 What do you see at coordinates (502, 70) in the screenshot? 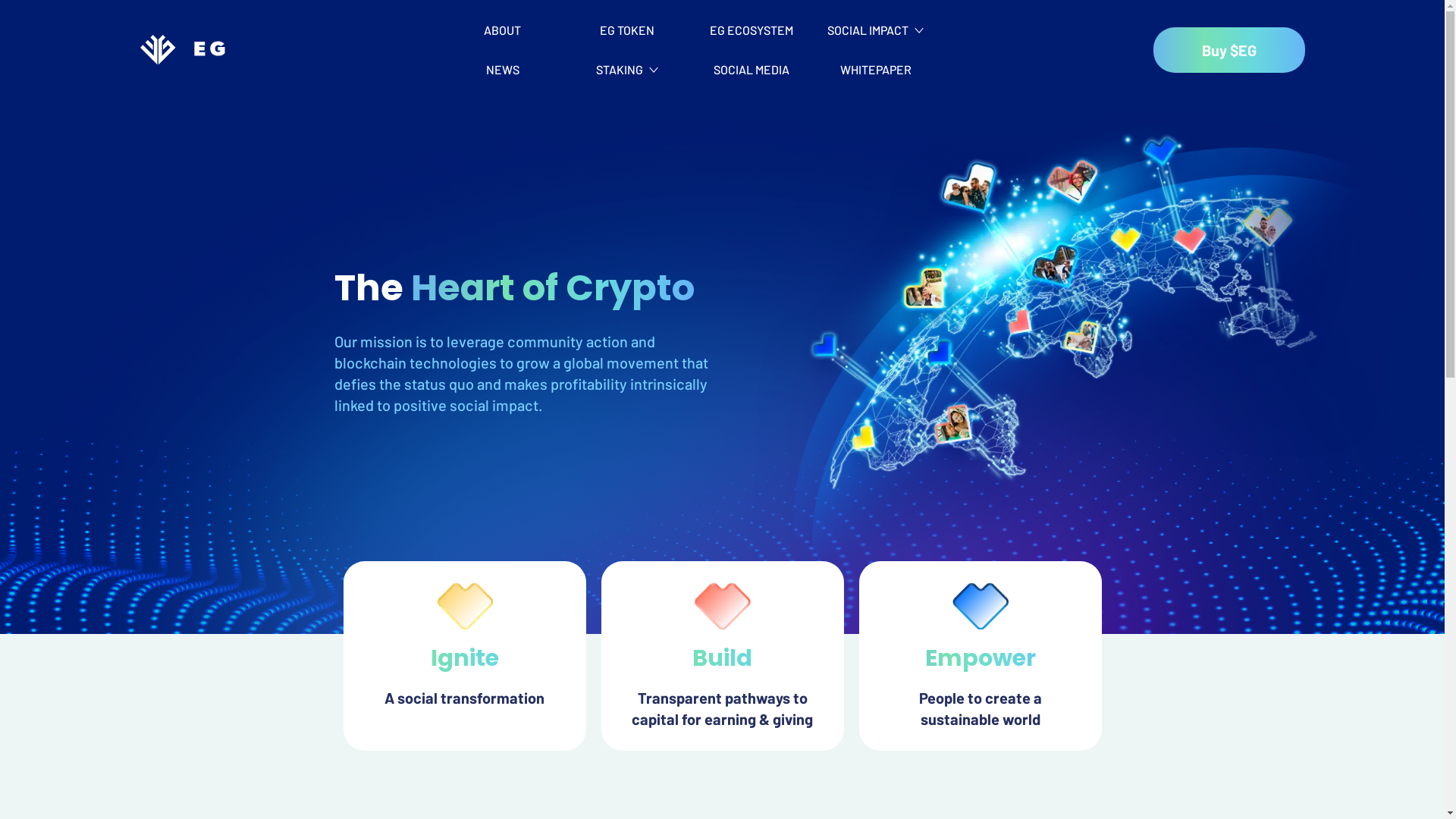
I see `'NEWS'` at bounding box center [502, 70].